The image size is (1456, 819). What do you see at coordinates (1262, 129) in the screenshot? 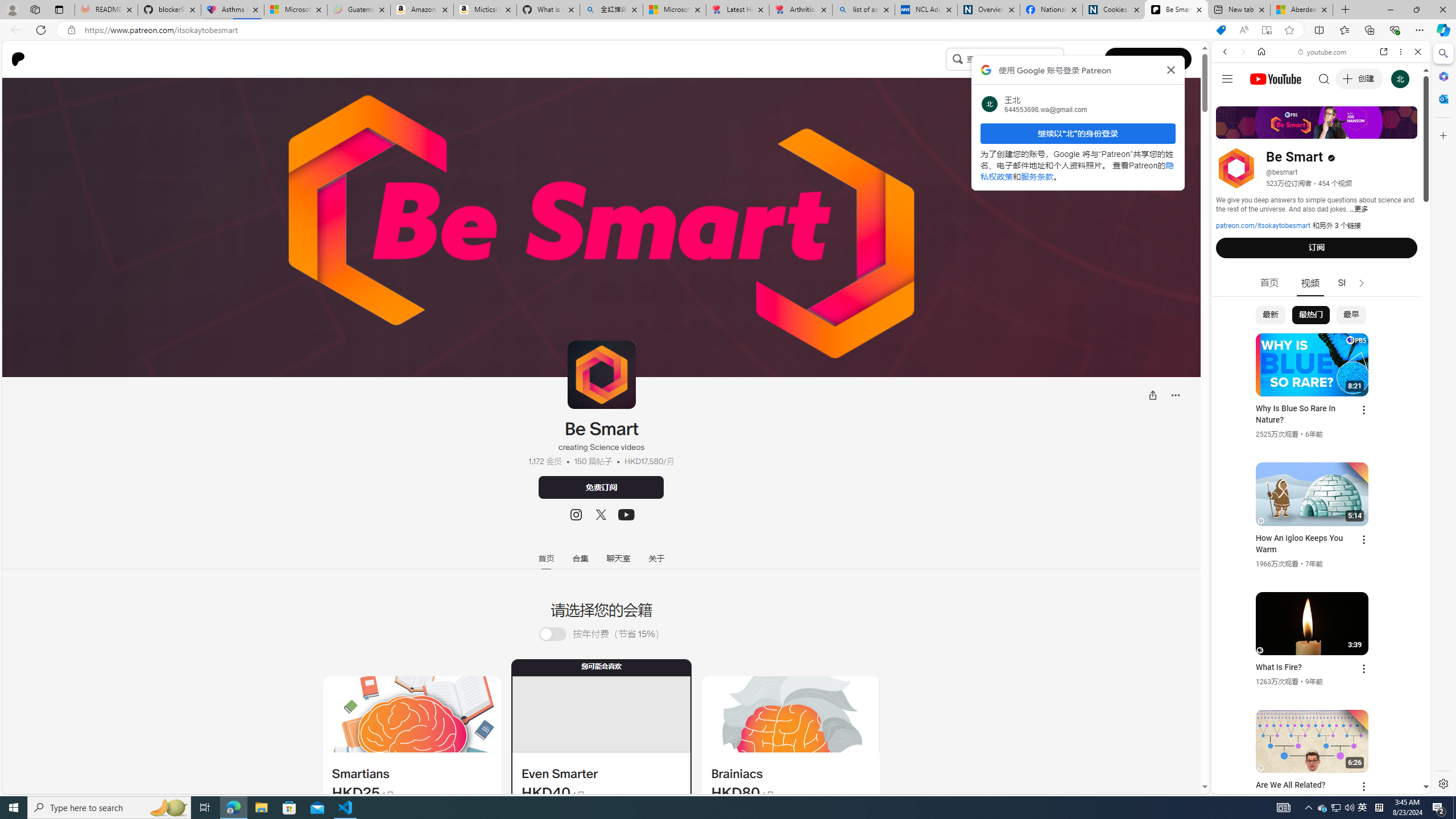
I see `'Search Filter, IMAGES'` at bounding box center [1262, 129].